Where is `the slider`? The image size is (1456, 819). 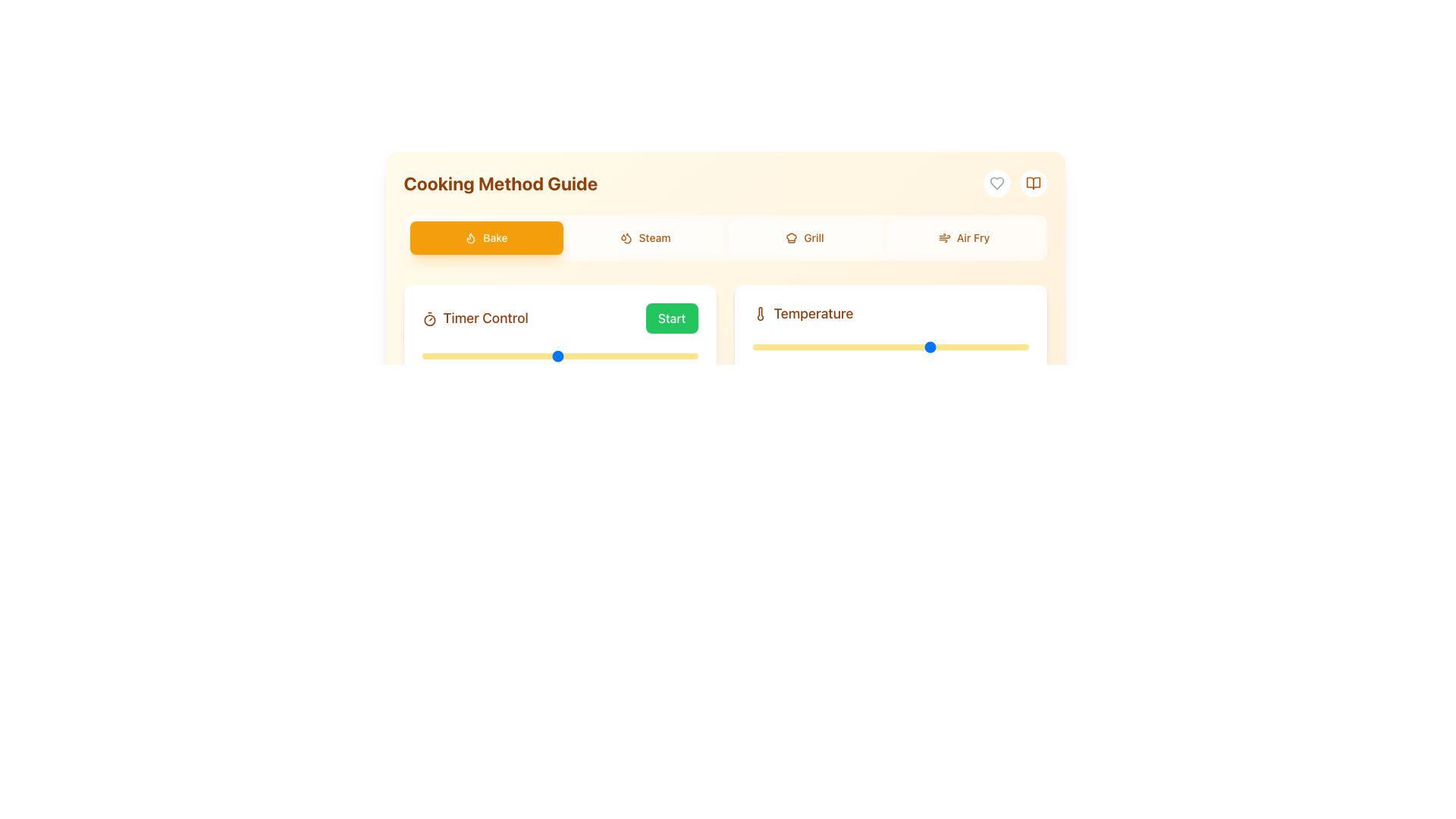 the slider is located at coordinates (1017, 347).